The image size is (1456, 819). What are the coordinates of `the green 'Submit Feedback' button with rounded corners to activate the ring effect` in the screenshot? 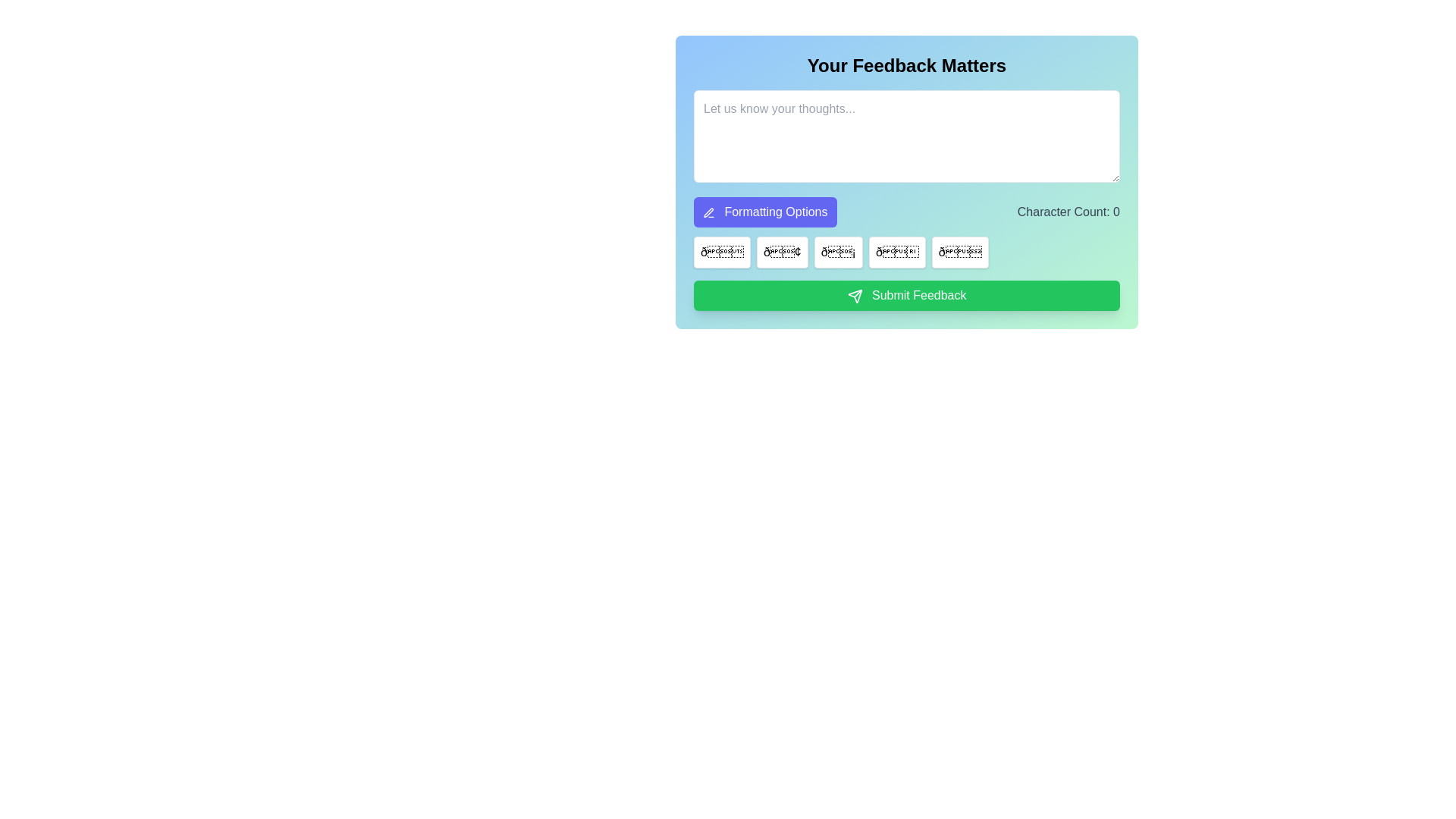 It's located at (906, 295).